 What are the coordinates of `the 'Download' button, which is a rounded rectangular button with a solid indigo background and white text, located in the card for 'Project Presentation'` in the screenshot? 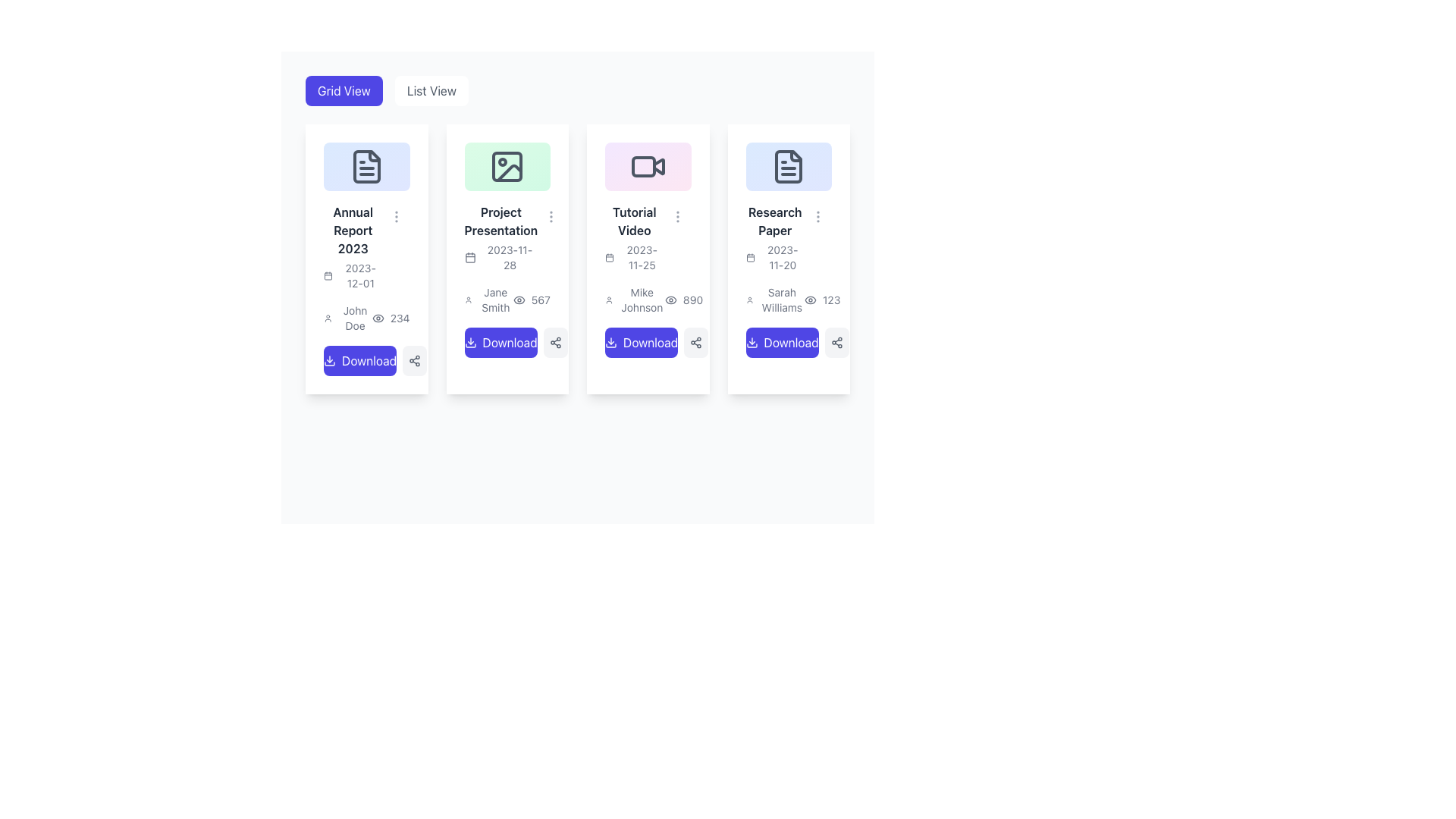 It's located at (500, 342).